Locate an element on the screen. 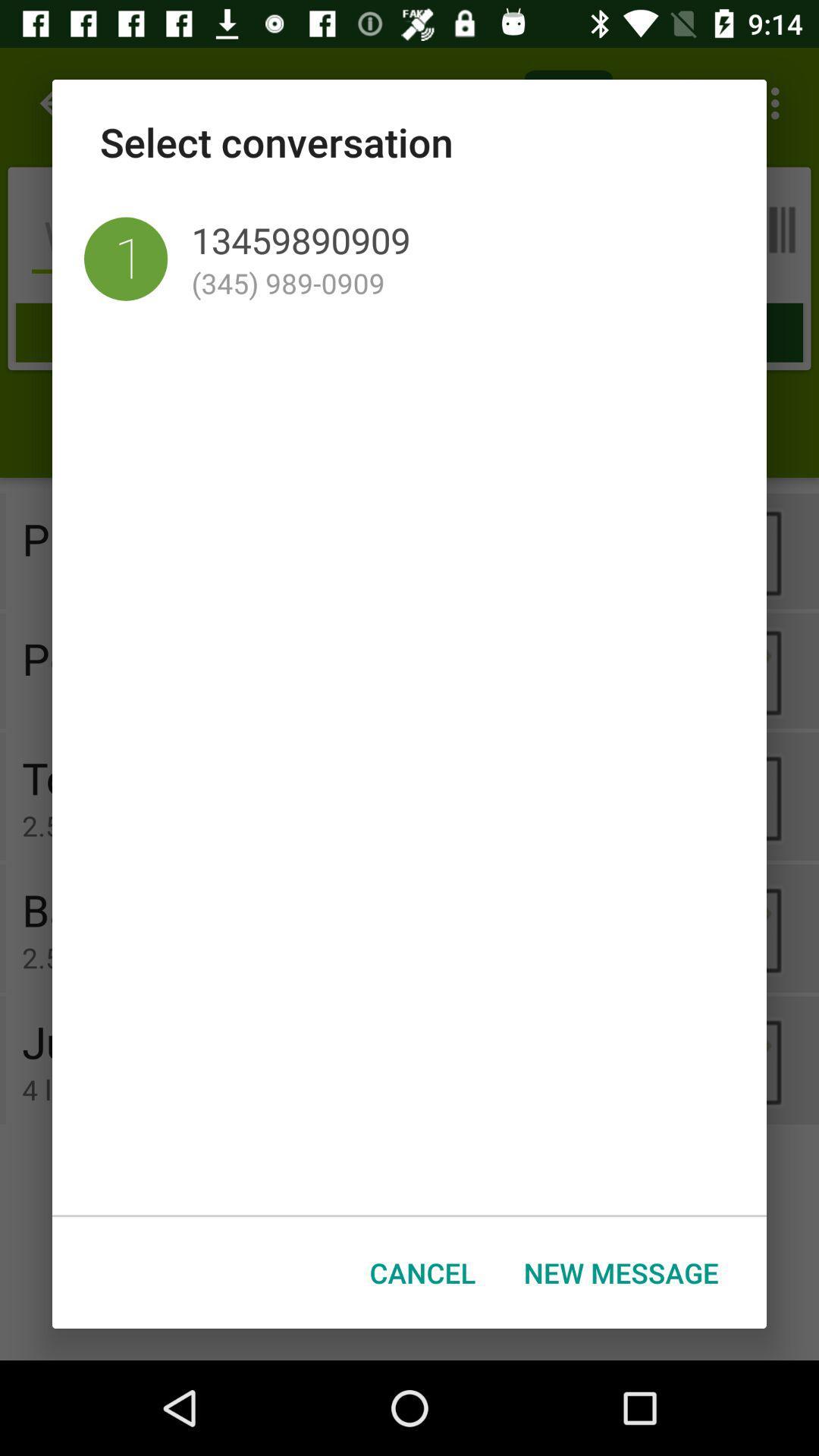 This screenshot has width=819, height=1456. the new message icon is located at coordinates (621, 1272).